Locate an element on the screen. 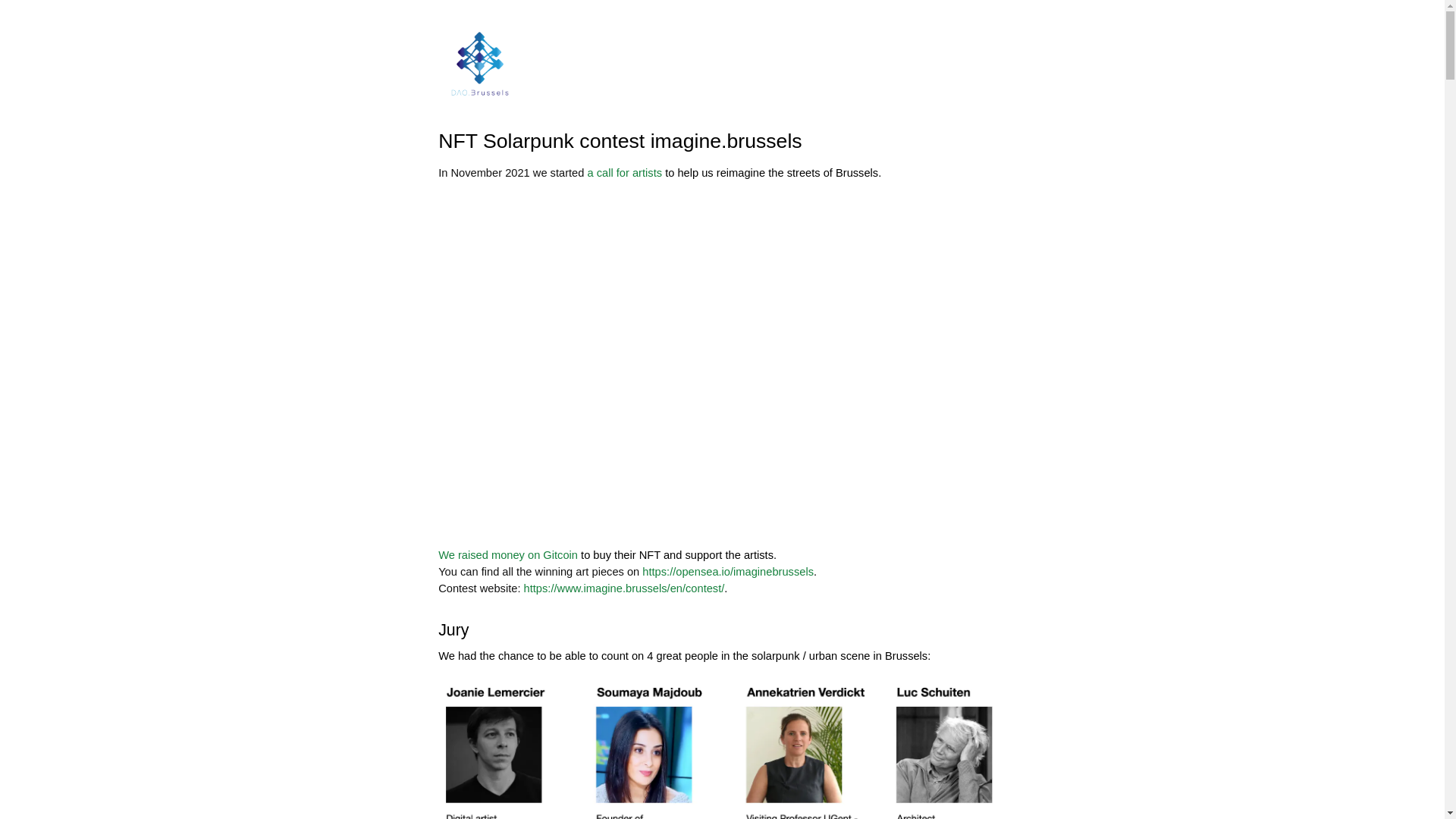  'a call for artists' is located at coordinates (624, 171).